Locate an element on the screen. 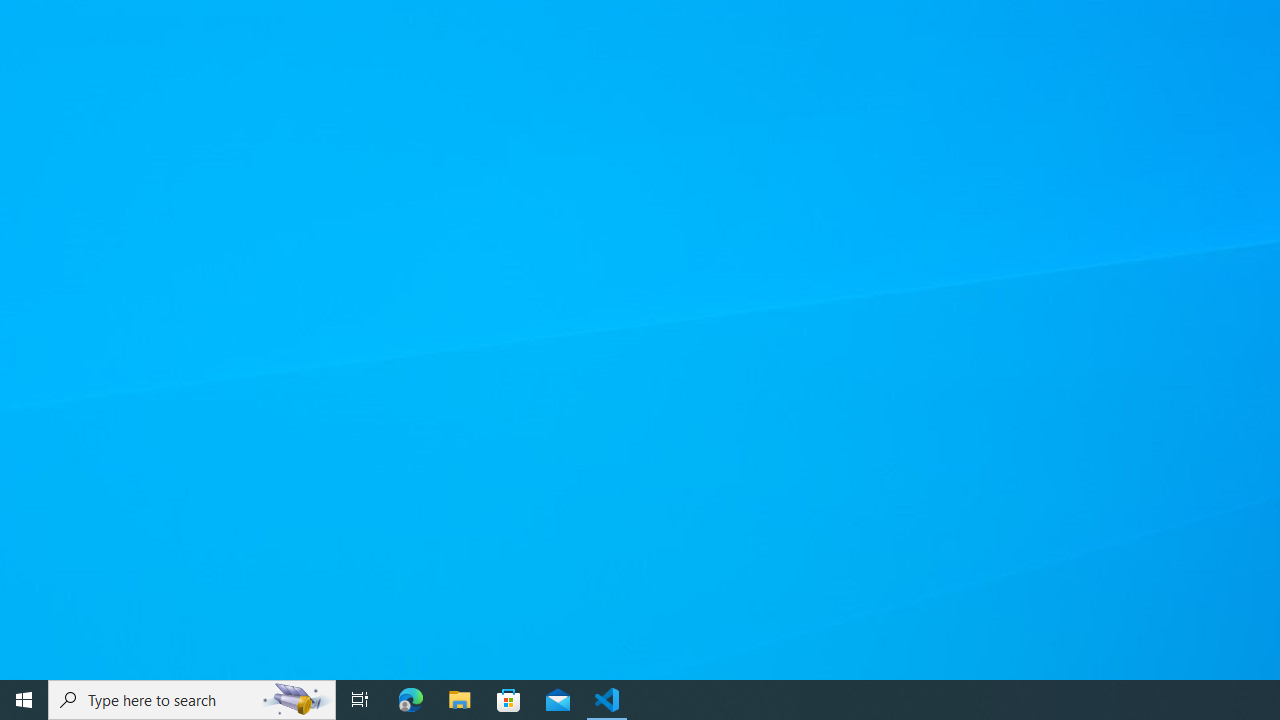 This screenshot has width=1280, height=720. 'Task View' is located at coordinates (359, 698).